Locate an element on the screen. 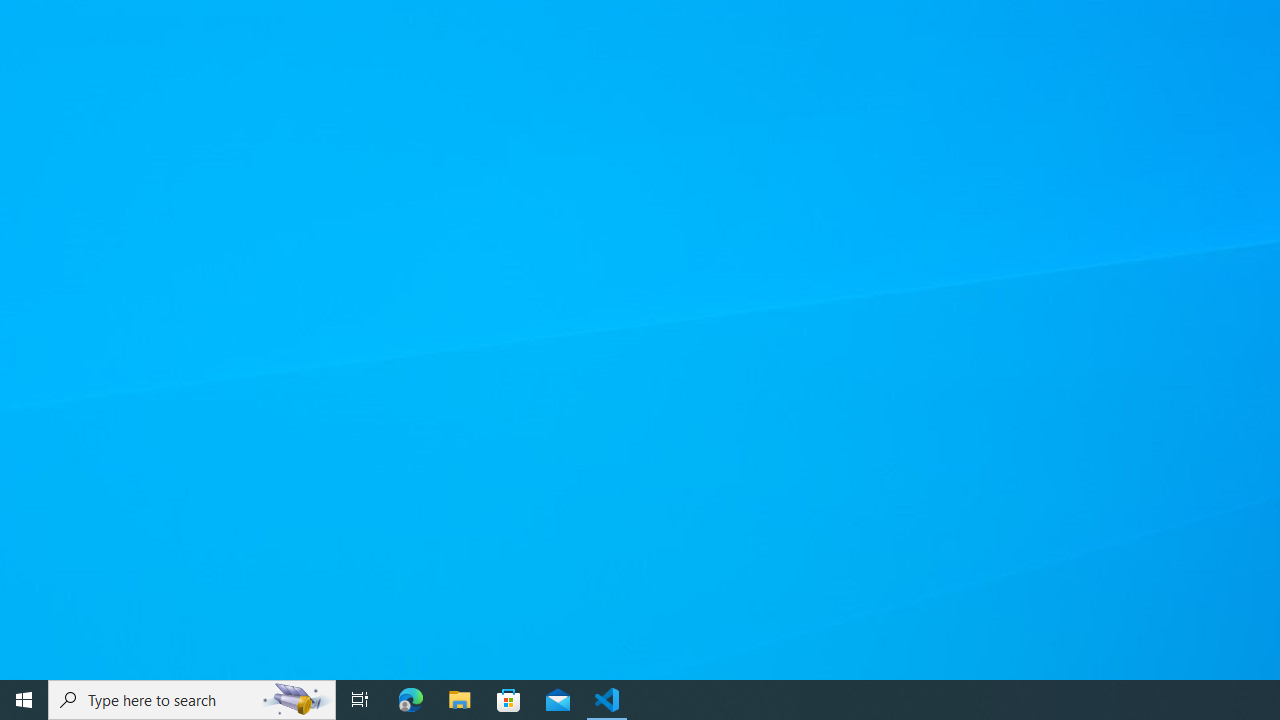 This screenshot has width=1280, height=720. 'Task View' is located at coordinates (359, 698).